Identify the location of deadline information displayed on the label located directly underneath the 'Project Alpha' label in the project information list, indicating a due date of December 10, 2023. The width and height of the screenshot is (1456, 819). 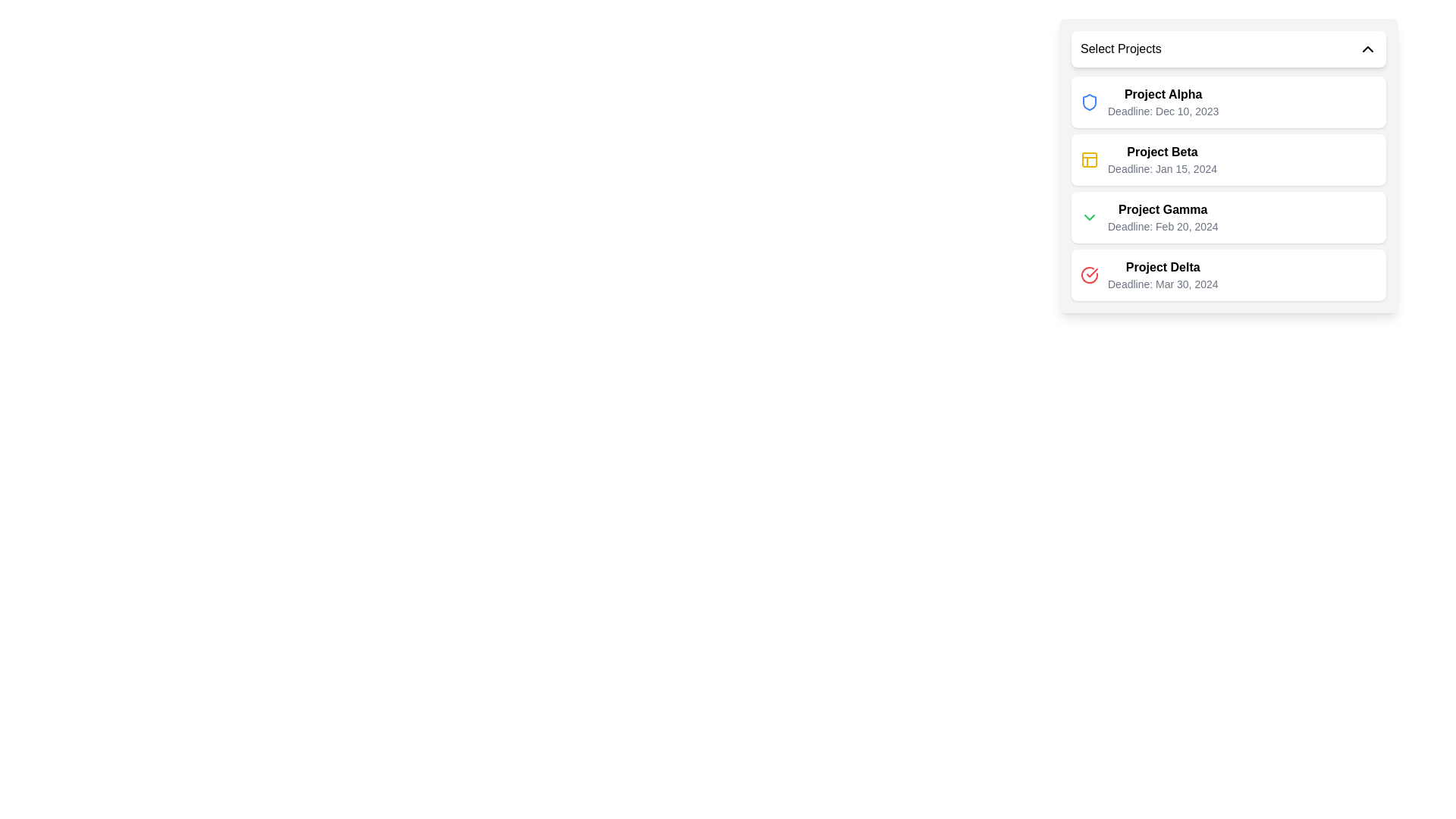
(1163, 110).